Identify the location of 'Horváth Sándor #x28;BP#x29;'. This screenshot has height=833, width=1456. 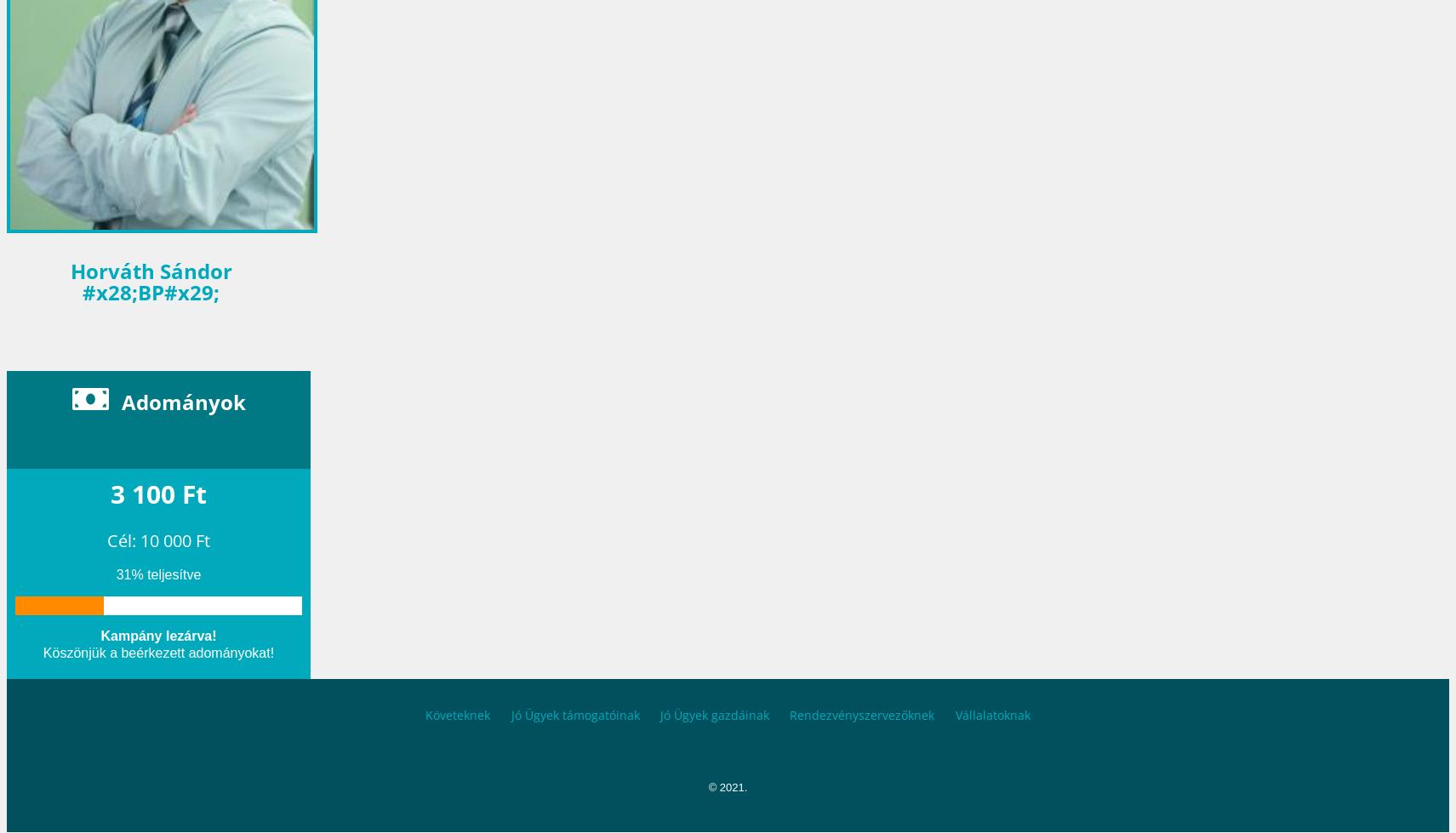
(149, 281).